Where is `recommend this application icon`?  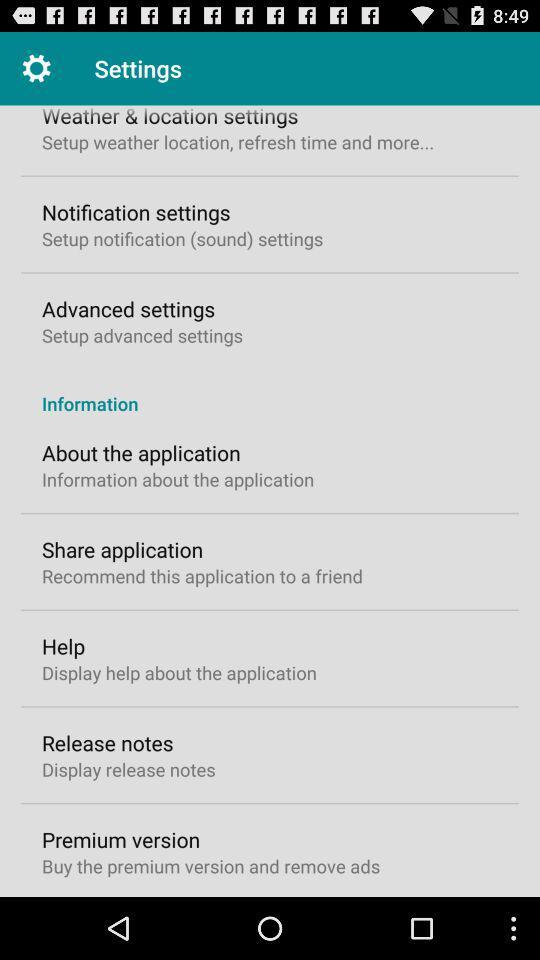
recommend this application icon is located at coordinates (202, 576).